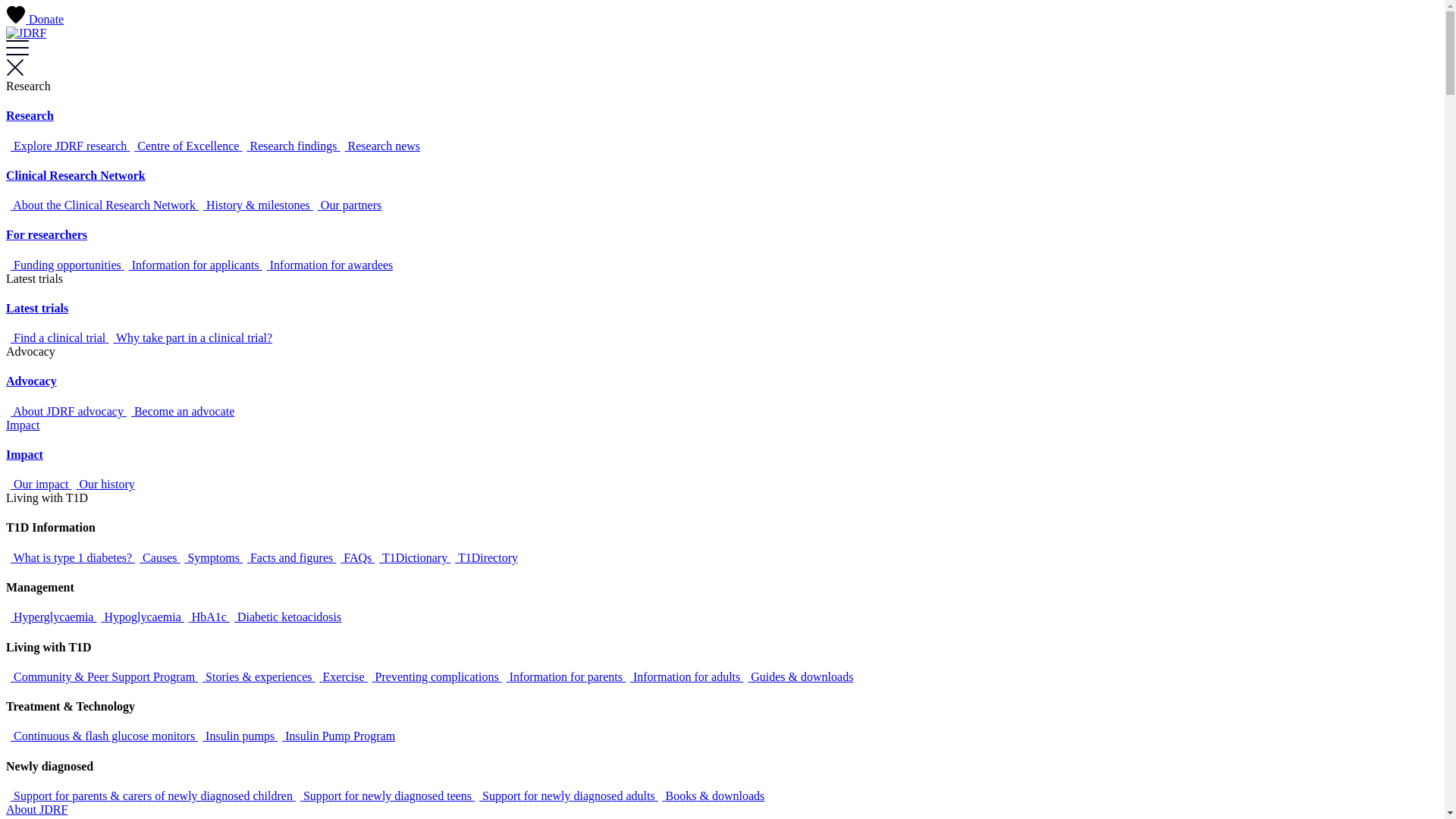  What do you see at coordinates (57, 337) in the screenshot?
I see `'Find a clinical trial'` at bounding box center [57, 337].